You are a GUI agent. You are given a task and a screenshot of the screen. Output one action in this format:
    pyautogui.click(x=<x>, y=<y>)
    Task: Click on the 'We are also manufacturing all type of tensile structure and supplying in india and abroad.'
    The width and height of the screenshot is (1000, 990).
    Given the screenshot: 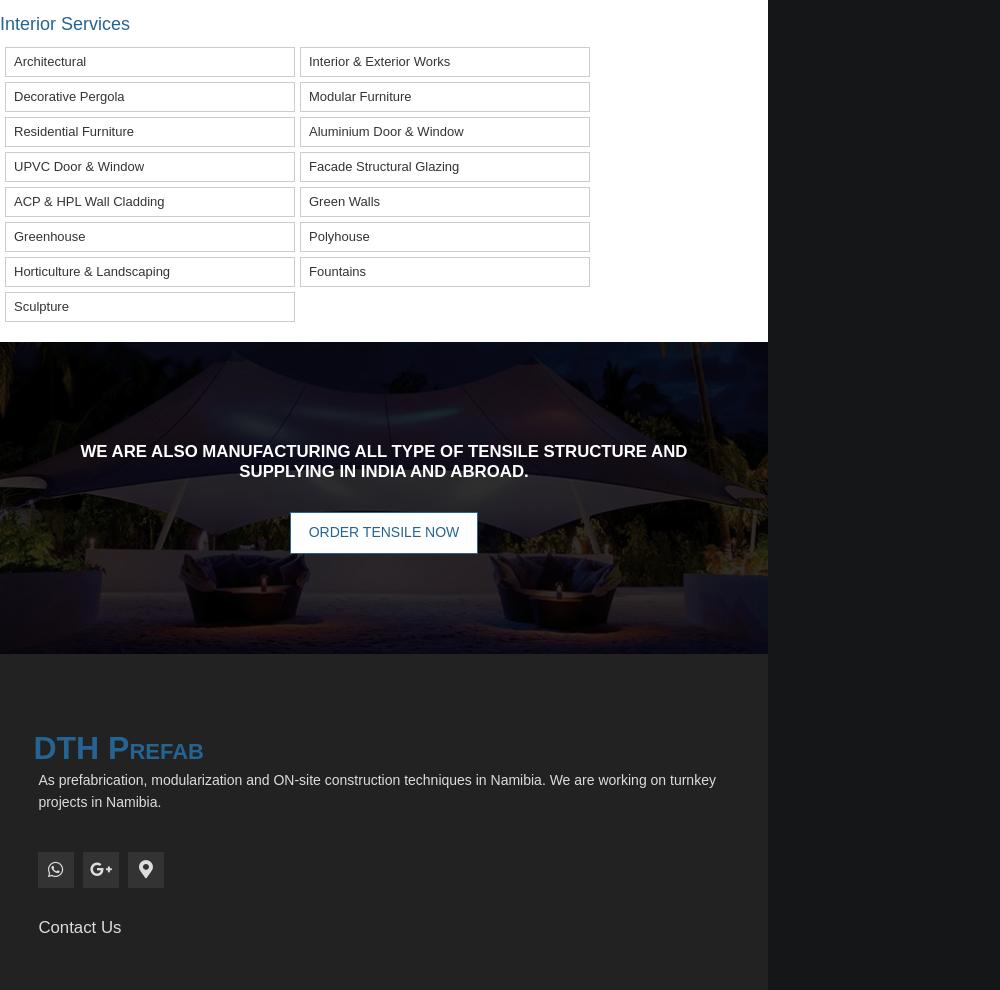 What is the action you would take?
    pyautogui.click(x=383, y=460)
    